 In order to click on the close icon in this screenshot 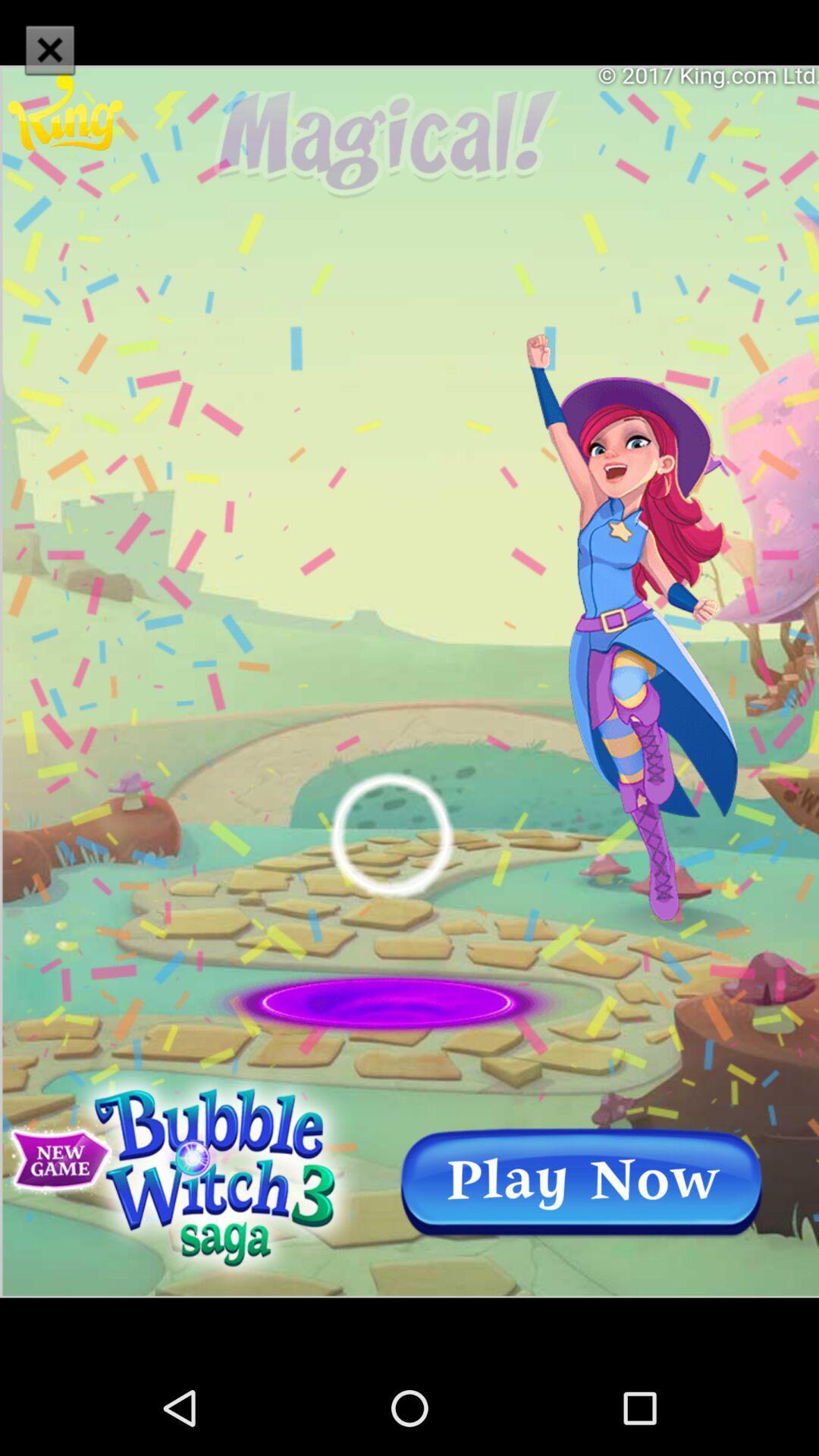, I will do `click(49, 53)`.